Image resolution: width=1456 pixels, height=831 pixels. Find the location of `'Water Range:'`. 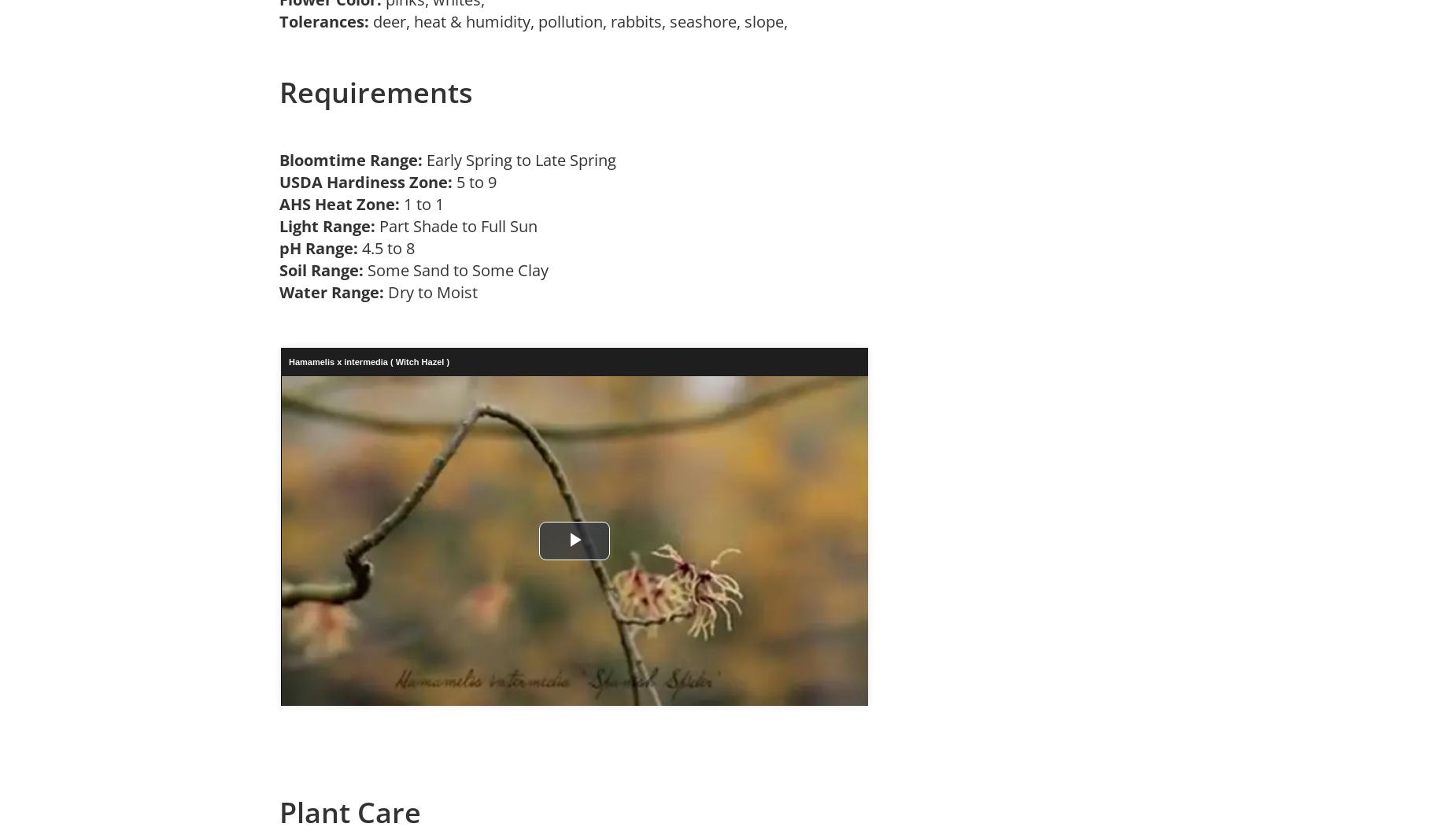

'Water Range:' is located at coordinates (331, 290).